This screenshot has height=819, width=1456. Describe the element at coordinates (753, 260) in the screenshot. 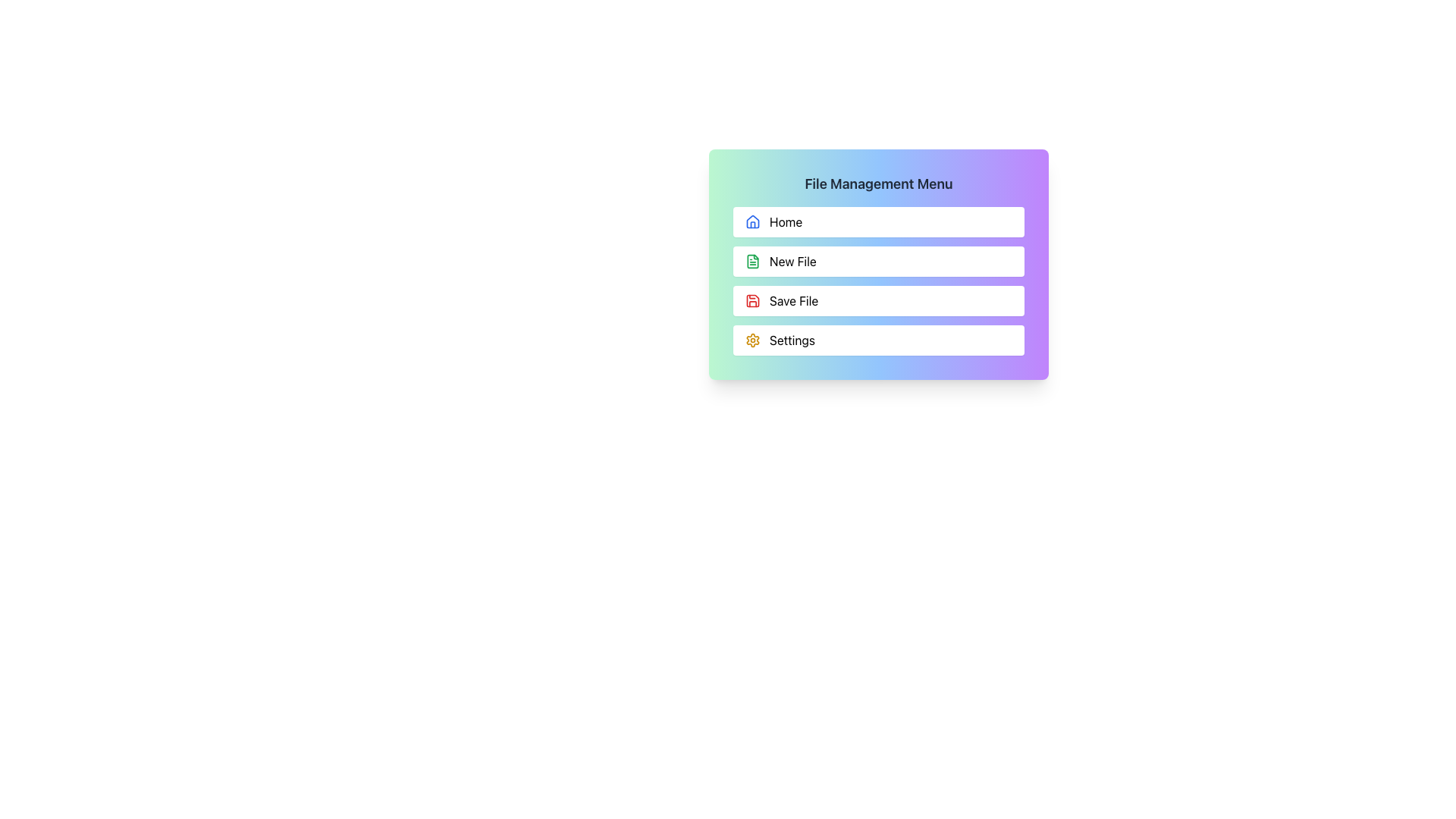

I see `the 'New File' button, which contains the SVG icon signaling the 'New File' action, located in the second row of the options list` at that location.